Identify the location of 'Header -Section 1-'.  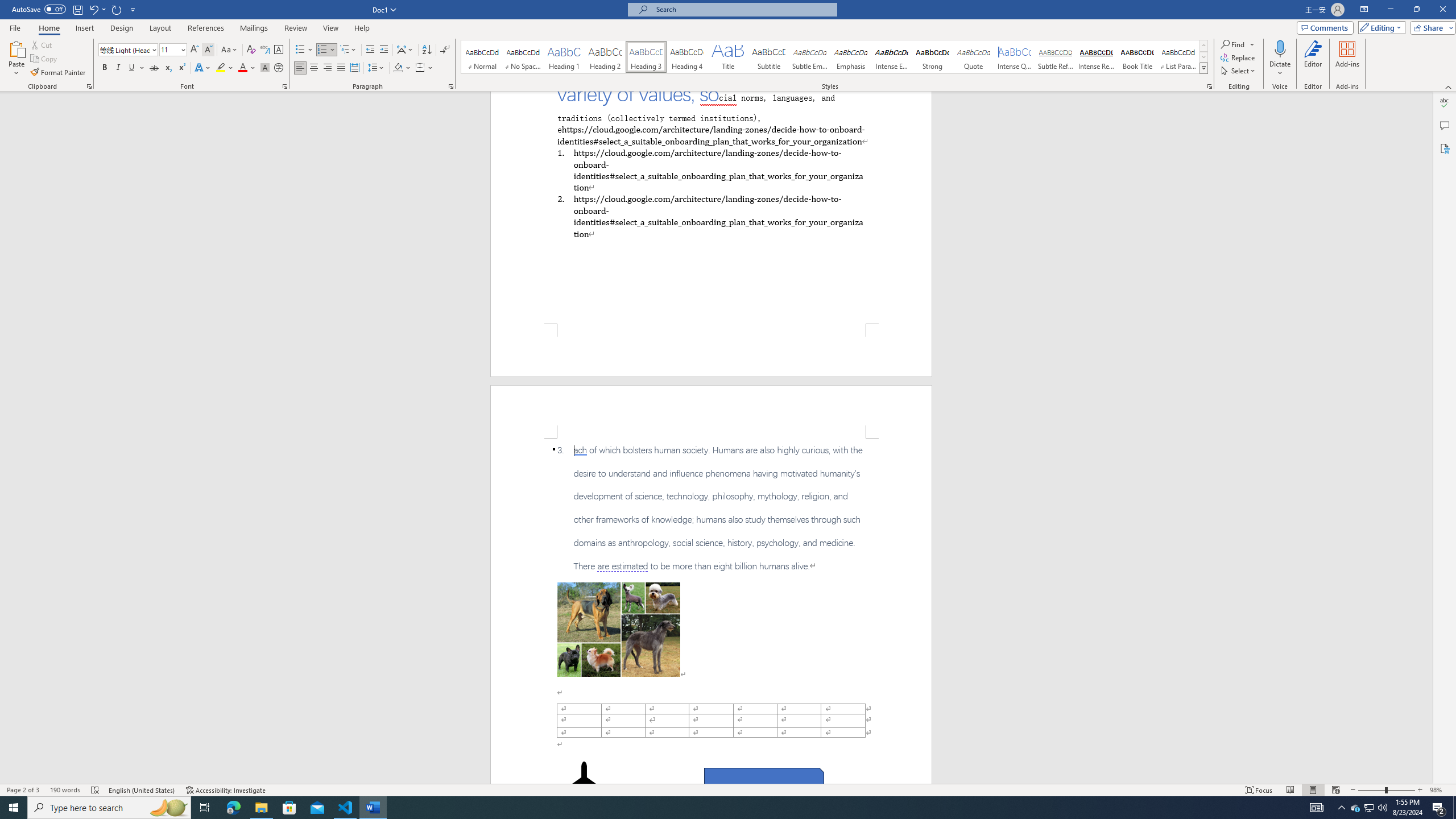
(711, 411).